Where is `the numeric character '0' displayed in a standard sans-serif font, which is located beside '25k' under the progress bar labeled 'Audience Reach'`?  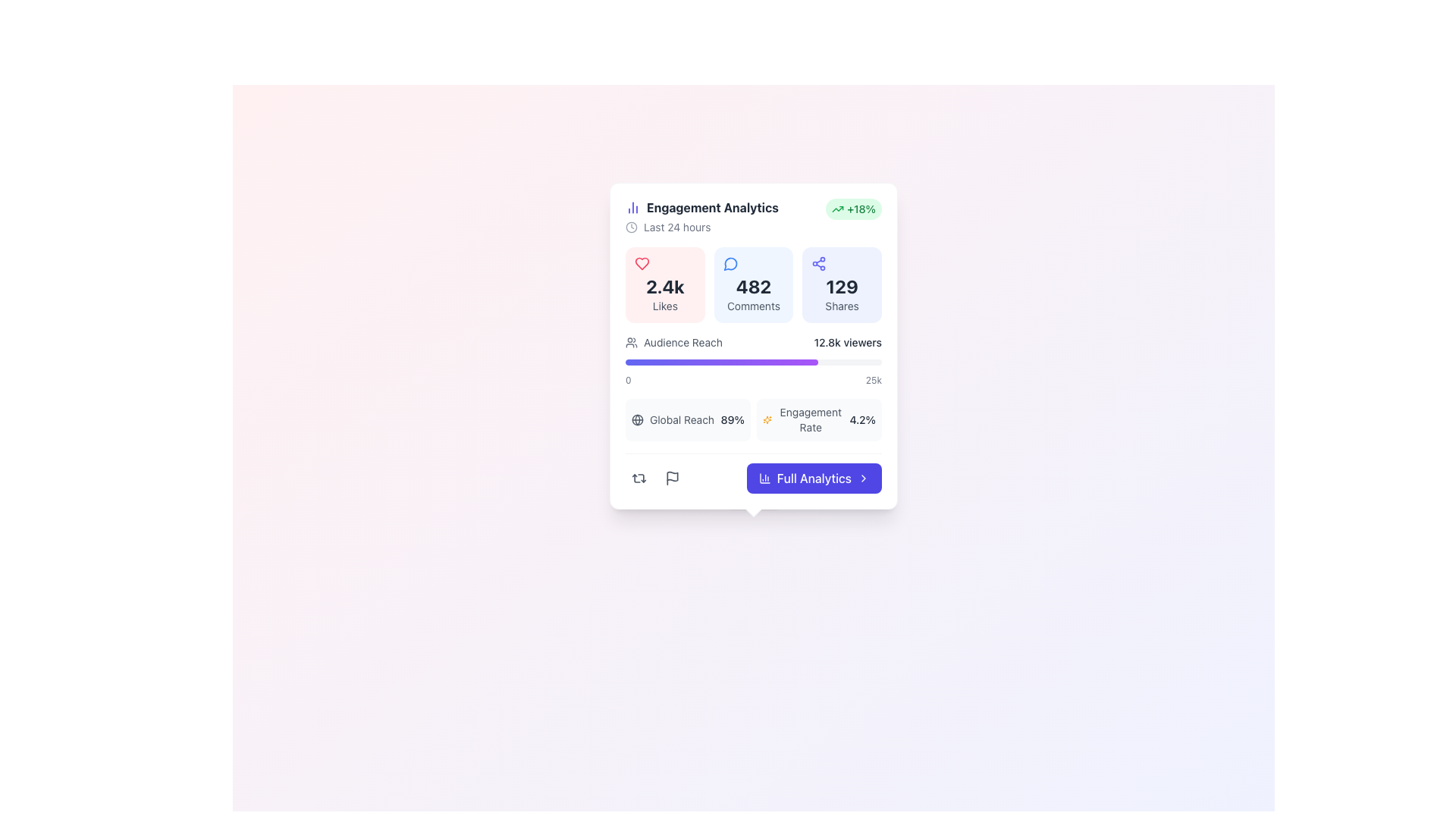
the numeric character '0' displayed in a standard sans-serif font, which is located beside '25k' under the progress bar labeled 'Audience Reach' is located at coordinates (628, 379).